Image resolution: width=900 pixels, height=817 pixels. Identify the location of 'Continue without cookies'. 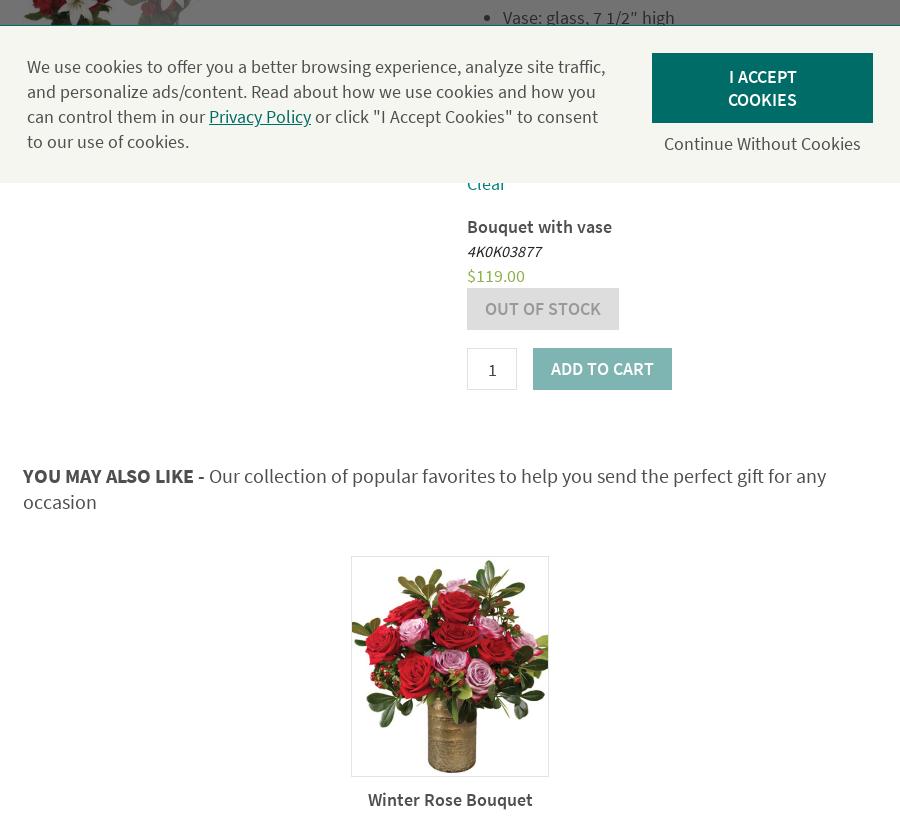
(761, 142).